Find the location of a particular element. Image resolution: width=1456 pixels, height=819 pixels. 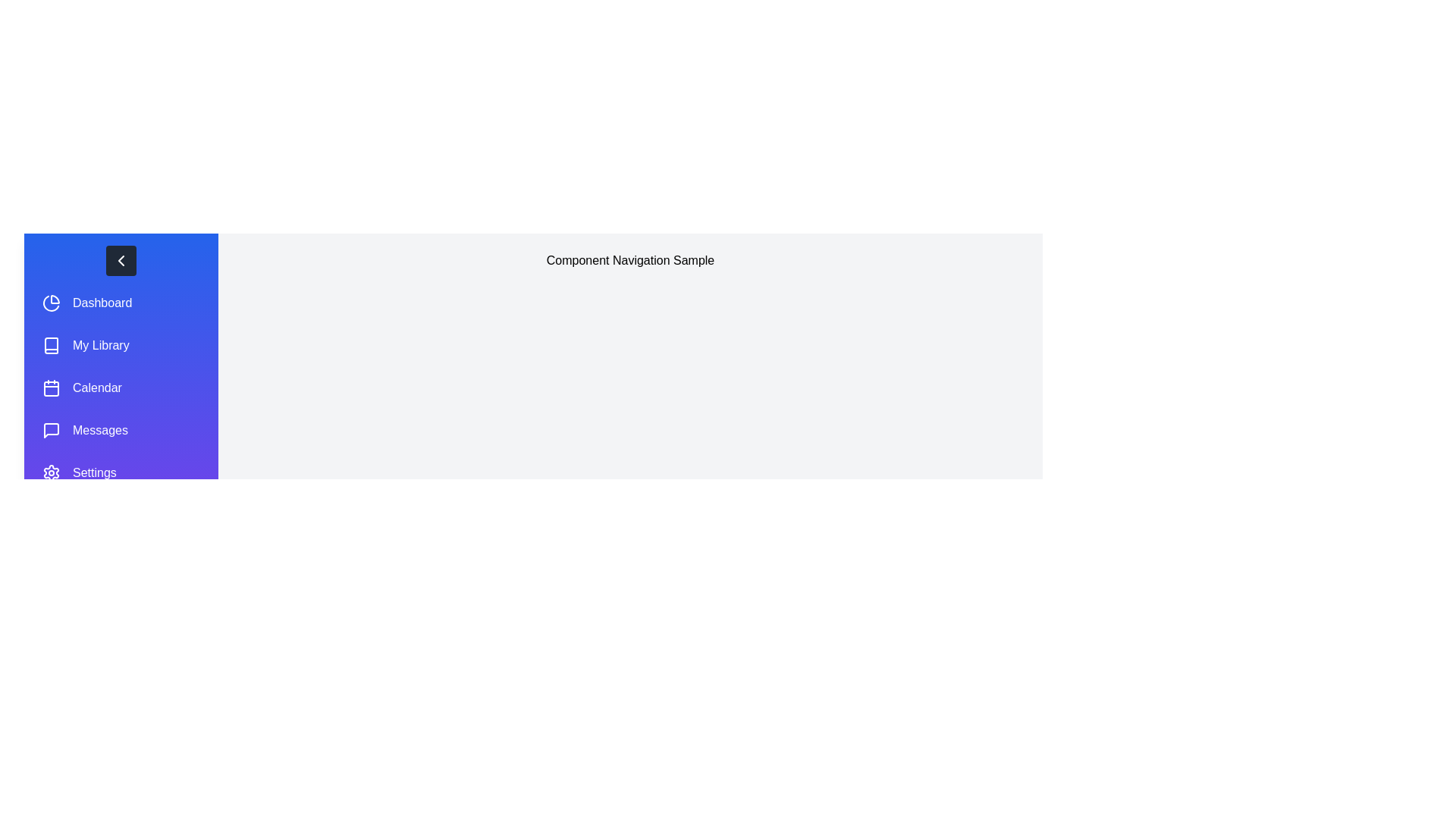

the menu item My Library from the navigation panel is located at coordinates (120, 345).